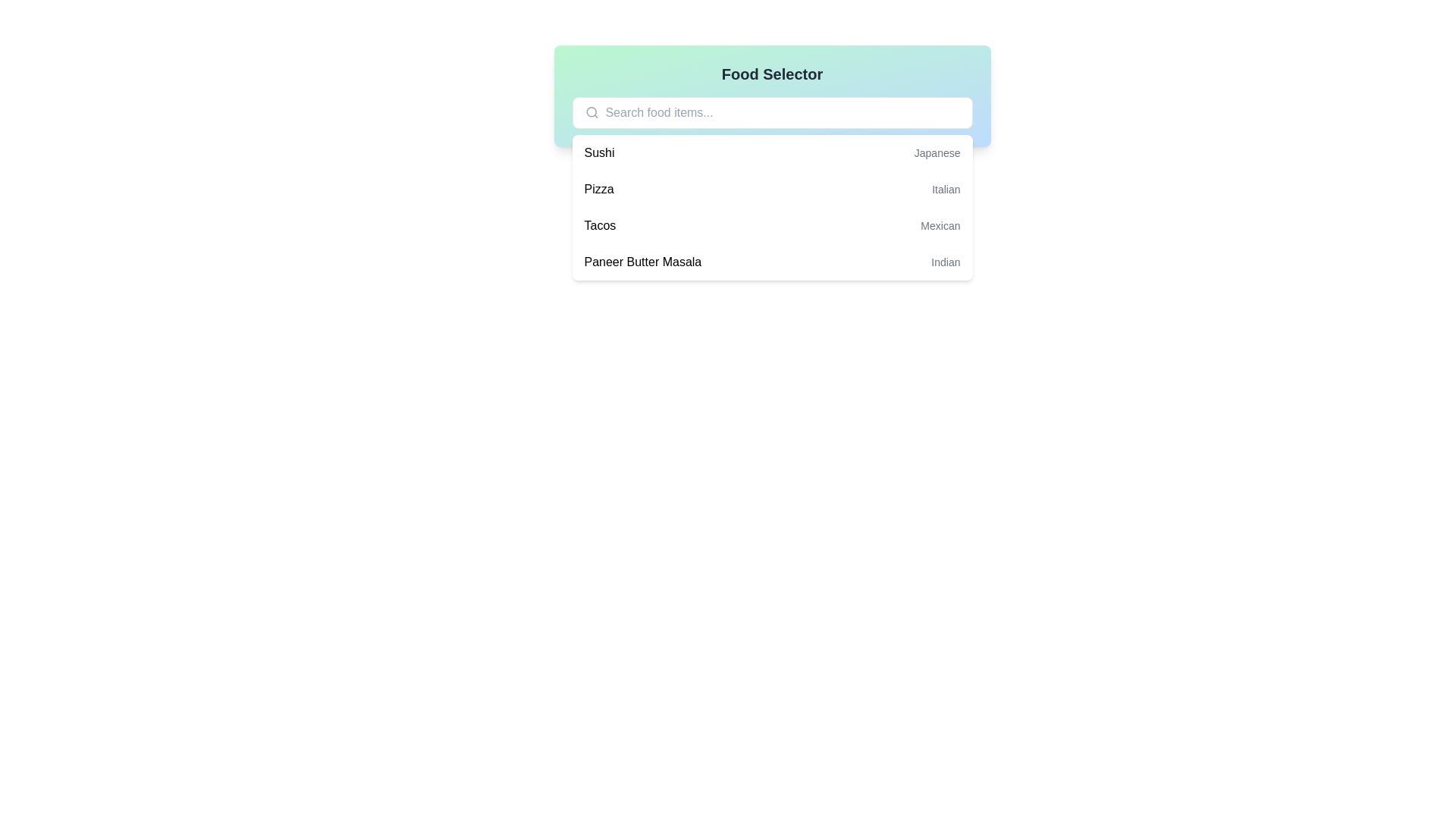 The image size is (1456, 819). I want to click on the dropdown menu displaying categorized food items located below the search input field at the center of the interface, so click(772, 207).